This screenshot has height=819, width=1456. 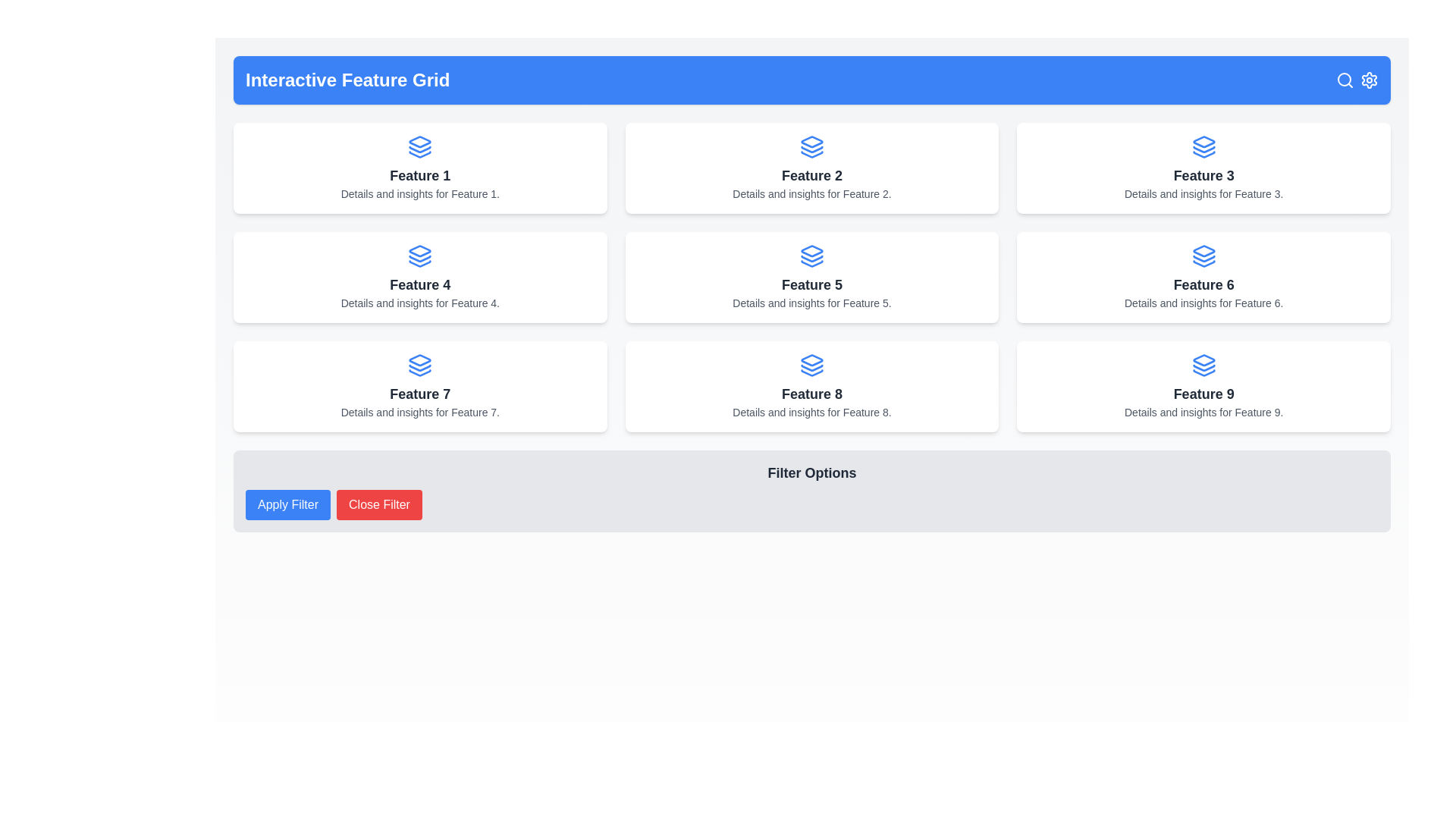 What do you see at coordinates (811, 262) in the screenshot?
I see `Icon decoration layer, which is the bottommost layer of the icon associated with Feature 5, located in the second row, middle column of the grid` at bounding box center [811, 262].